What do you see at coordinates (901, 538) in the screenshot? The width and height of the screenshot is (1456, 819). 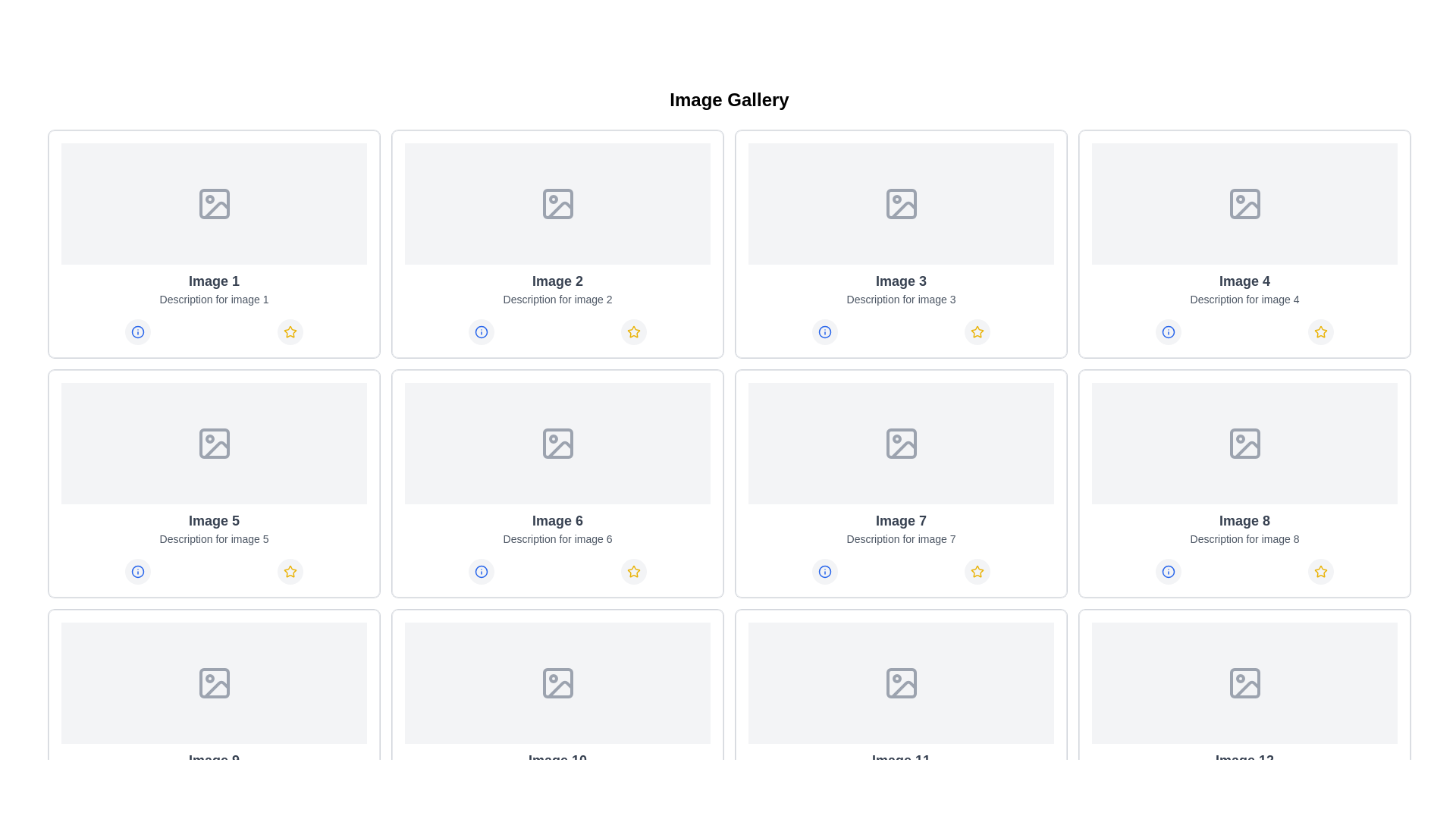 I see `the descriptive caption for 'Image 7', which is located beneath its title and above the icons for additional interactions` at bounding box center [901, 538].